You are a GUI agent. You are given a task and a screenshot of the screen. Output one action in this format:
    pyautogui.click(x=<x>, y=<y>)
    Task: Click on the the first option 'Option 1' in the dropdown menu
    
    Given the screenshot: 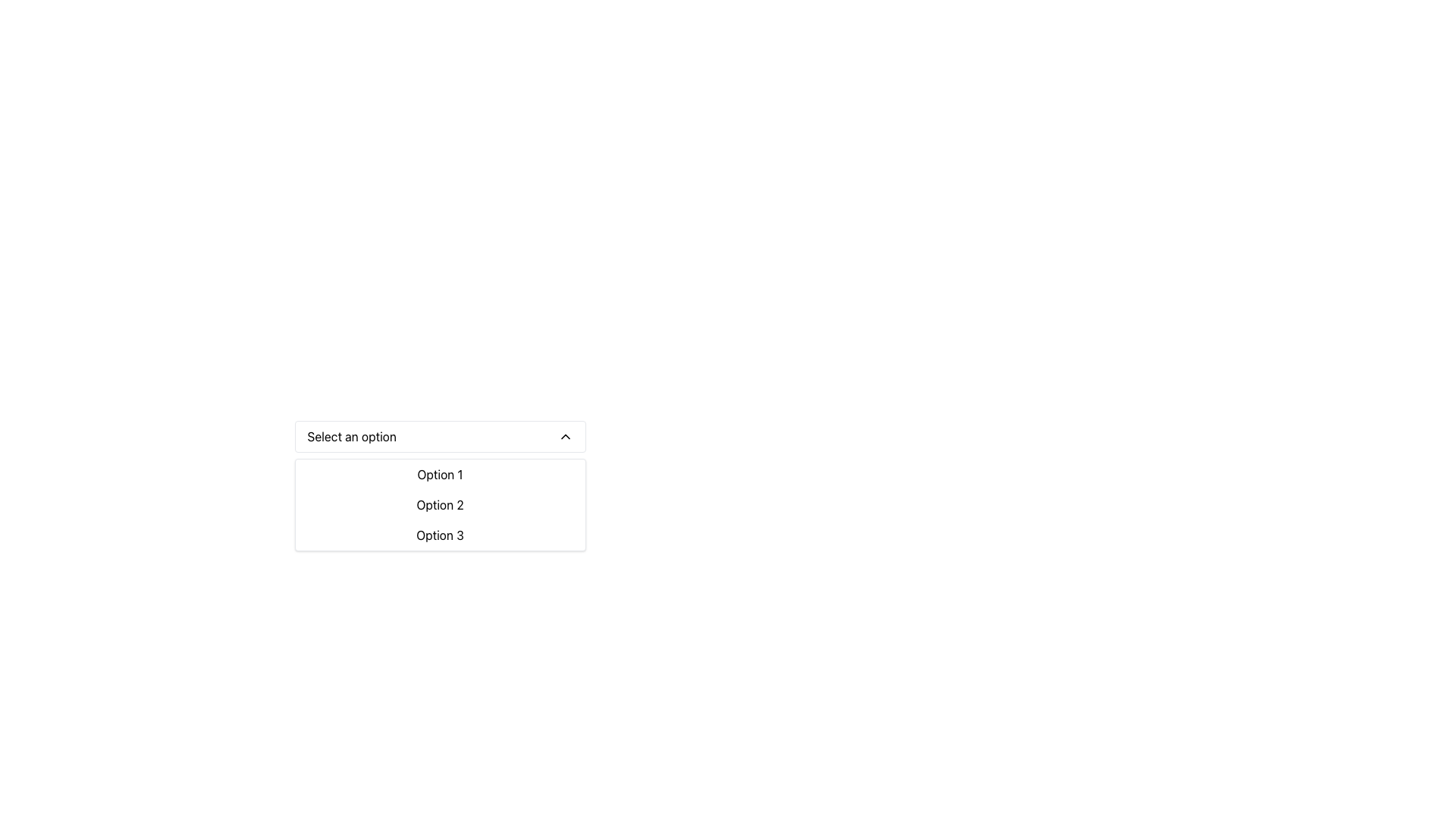 What is the action you would take?
    pyautogui.click(x=439, y=473)
    